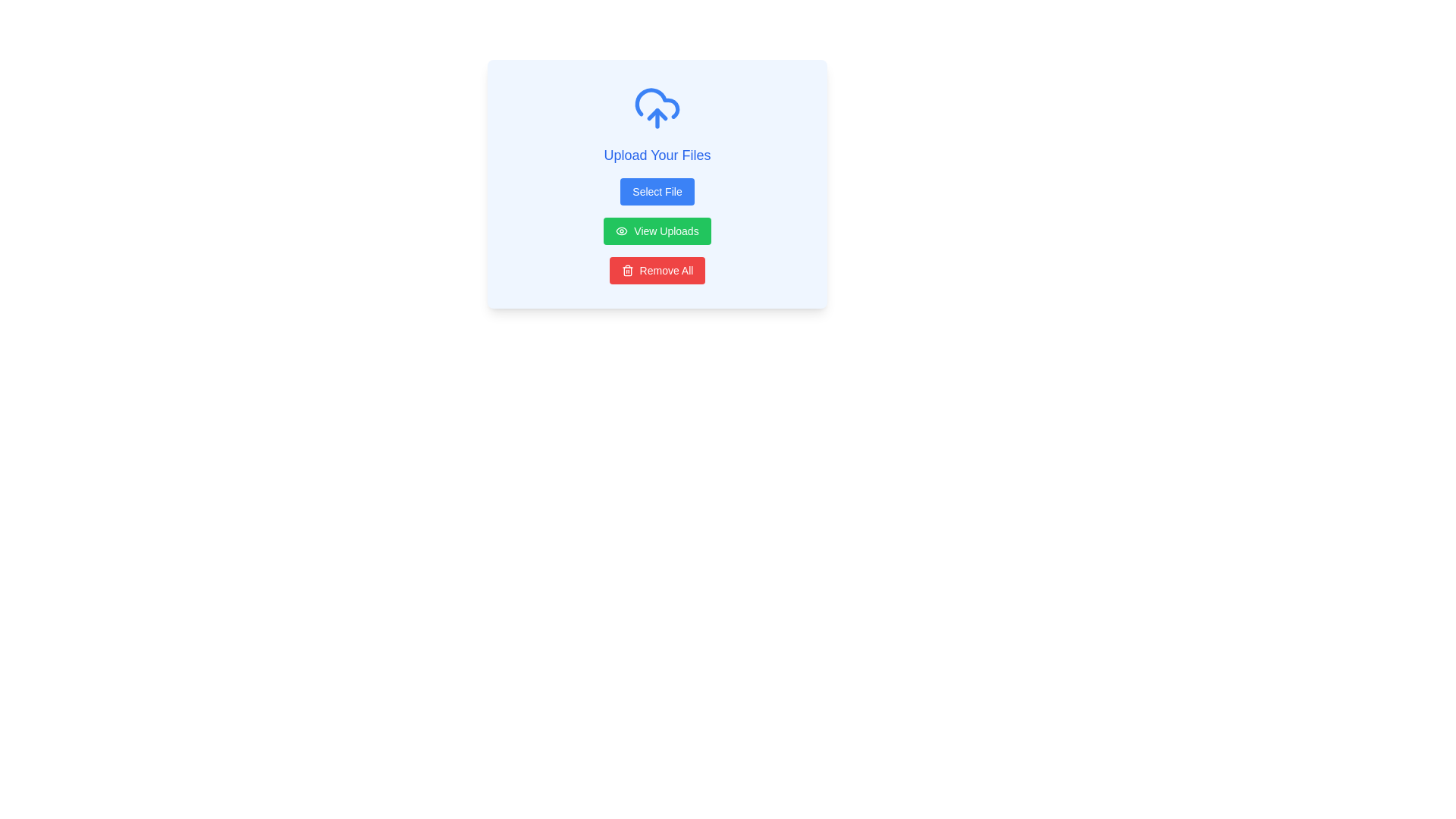  What do you see at coordinates (657, 155) in the screenshot?
I see `the text label that reads 'Upload Your Files', which is styled in medium-sized blue font and positioned above the 'Select File' button` at bounding box center [657, 155].